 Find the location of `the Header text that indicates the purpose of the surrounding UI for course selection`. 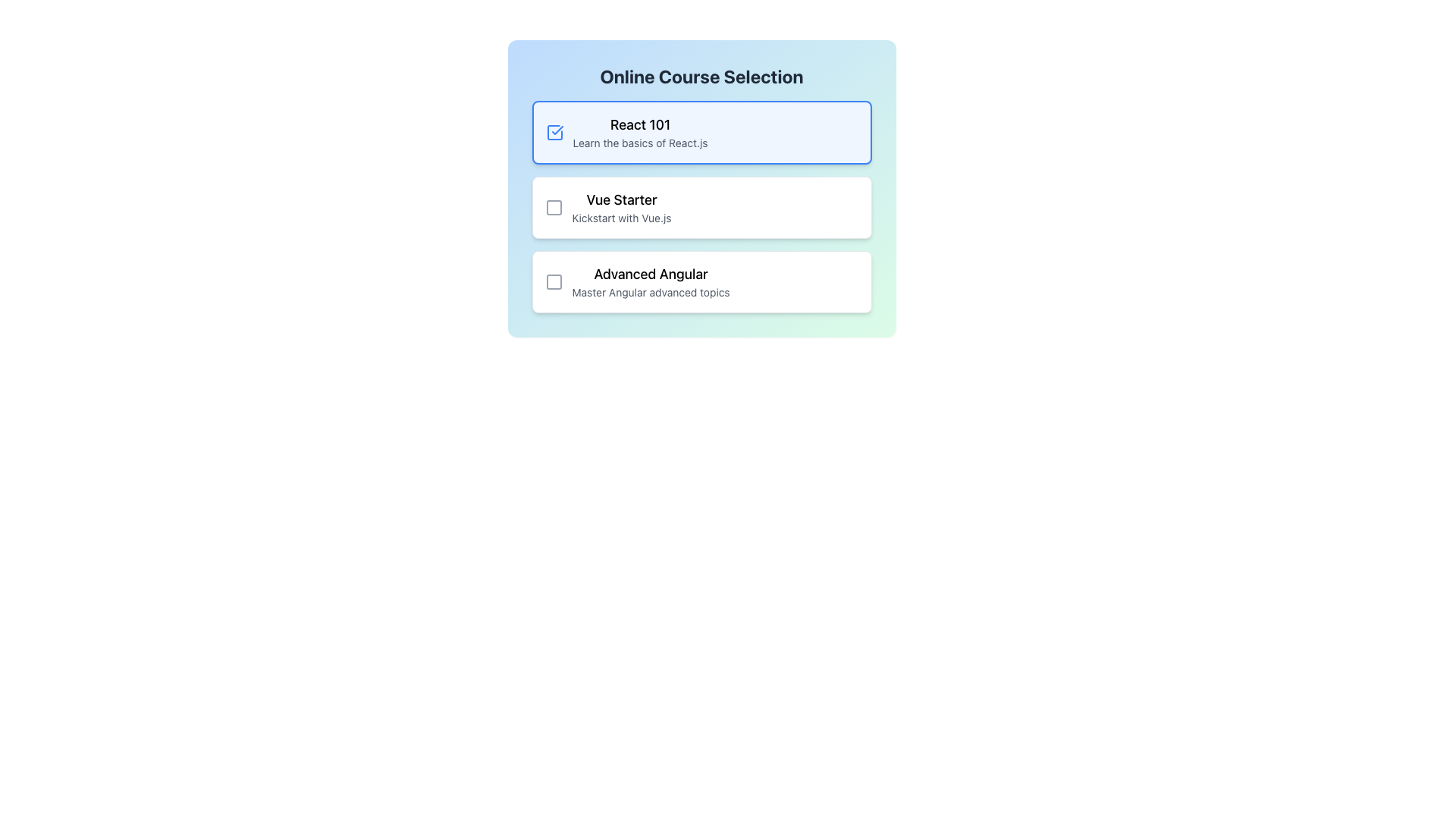

the Header text that indicates the purpose of the surrounding UI for course selection is located at coordinates (701, 76).